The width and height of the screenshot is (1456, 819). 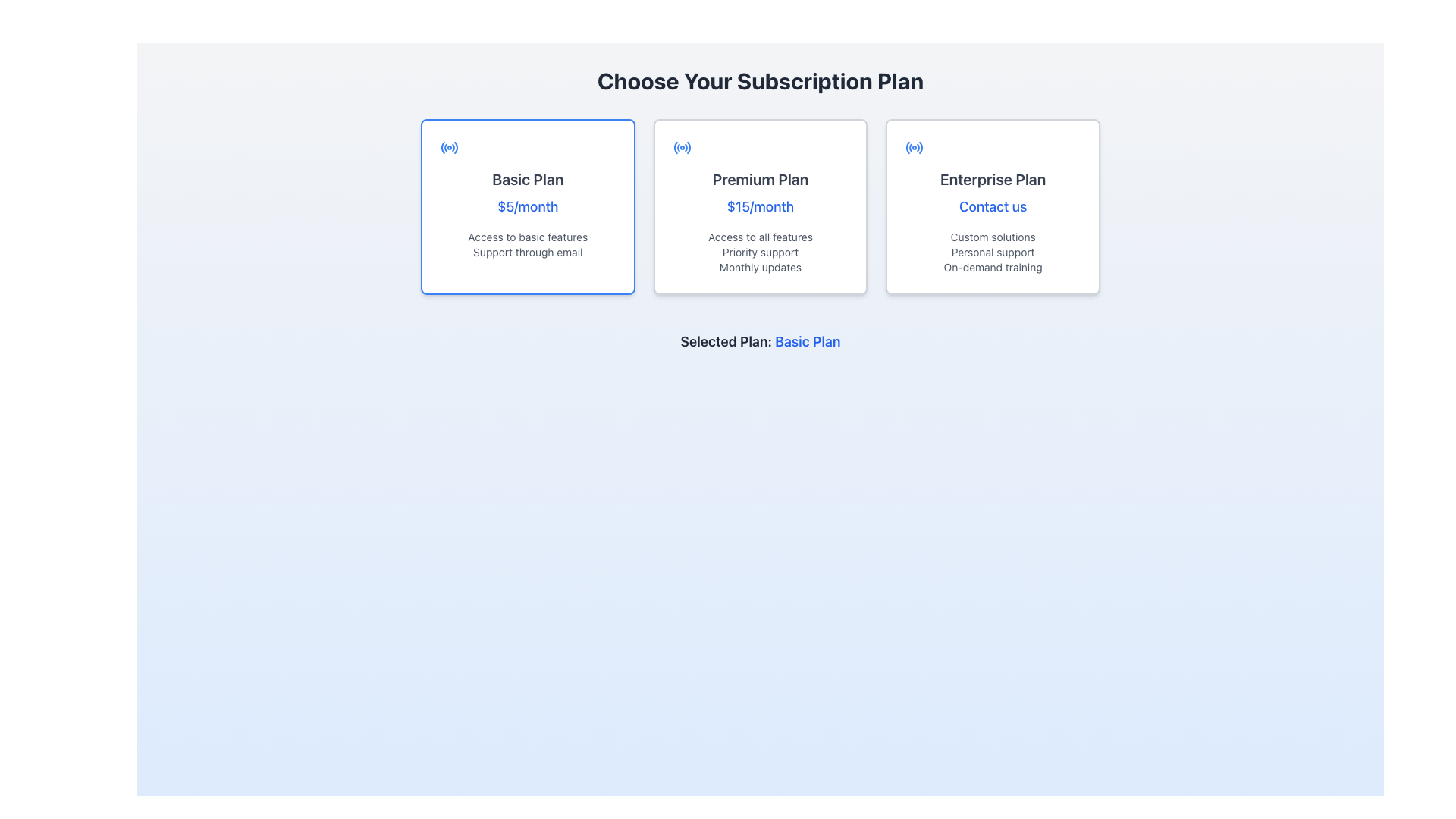 What do you see at coordinates (993, 237) in the screenshot?
I see `the descriptive text label that highlights features of the 'Enterprise Plan' subscription option, located in the middle-right section of the interface` at bounding box center [993, 237].